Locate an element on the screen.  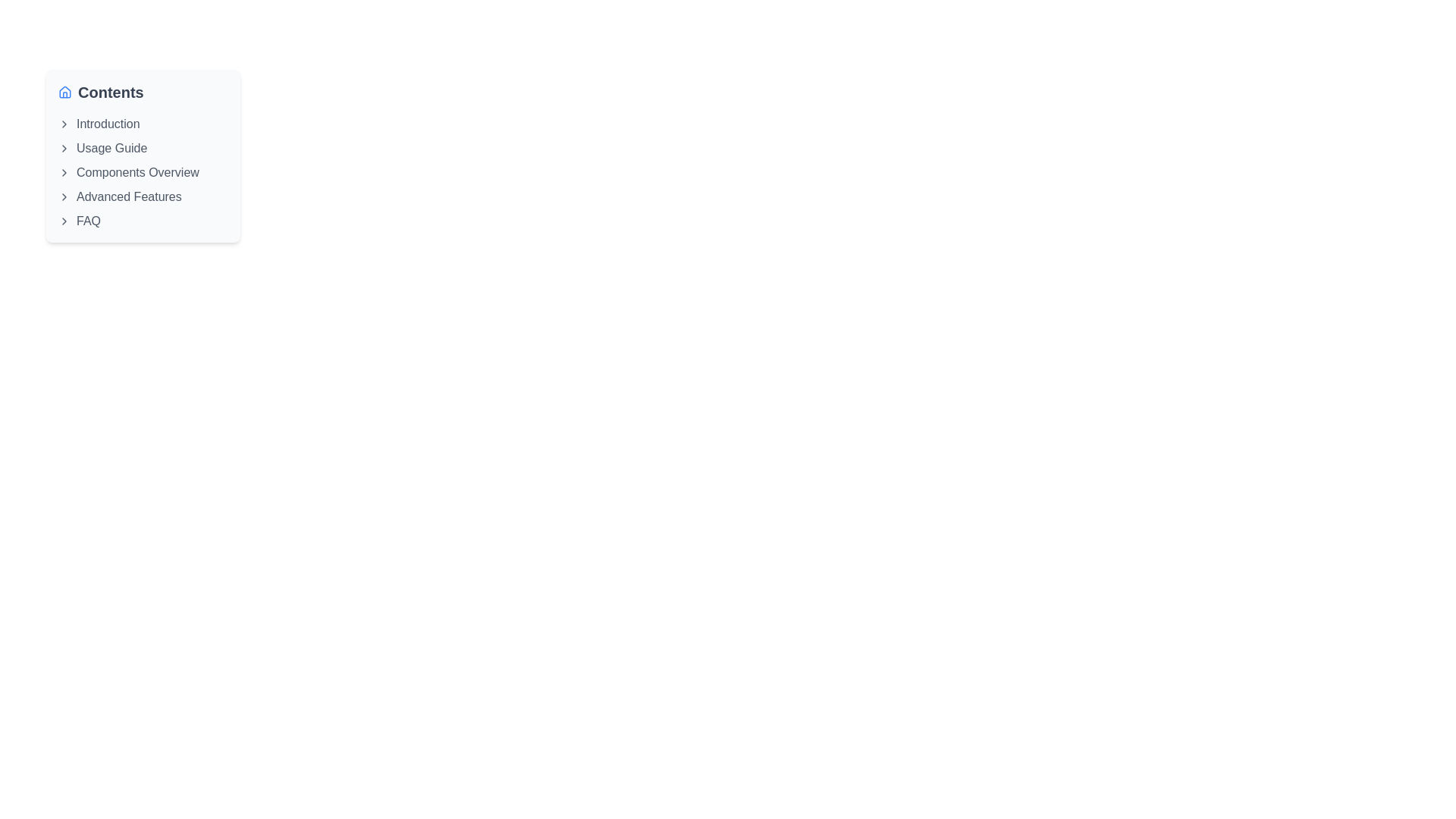
the minimalistic blue house icon located in the sidebar above the 'Contents' label is located at coordinates (64, 91).